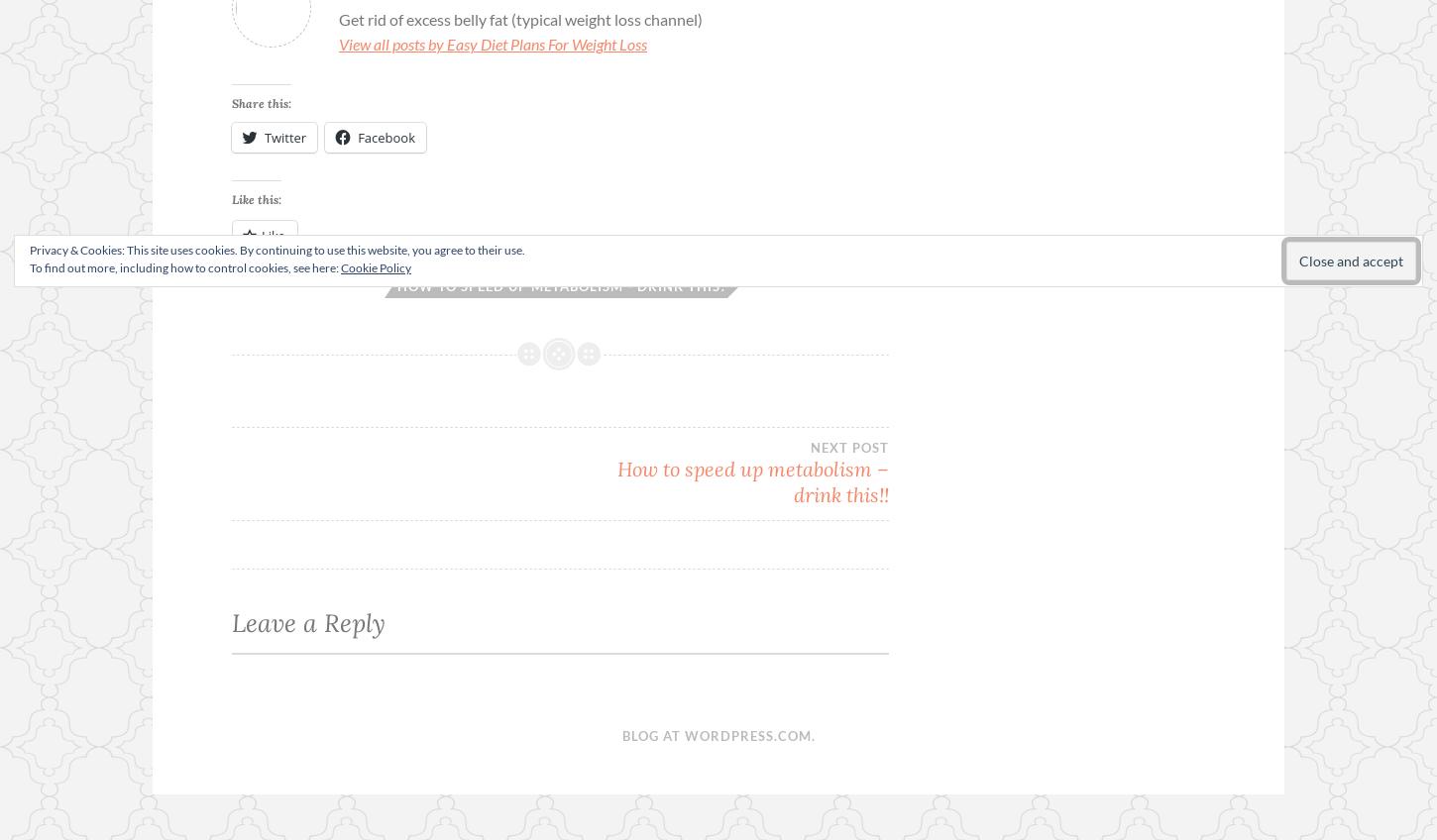 The image size is (1437, 840). I want to click on 'To find out more, including how to control cookies, see here:', so click(184, 267).